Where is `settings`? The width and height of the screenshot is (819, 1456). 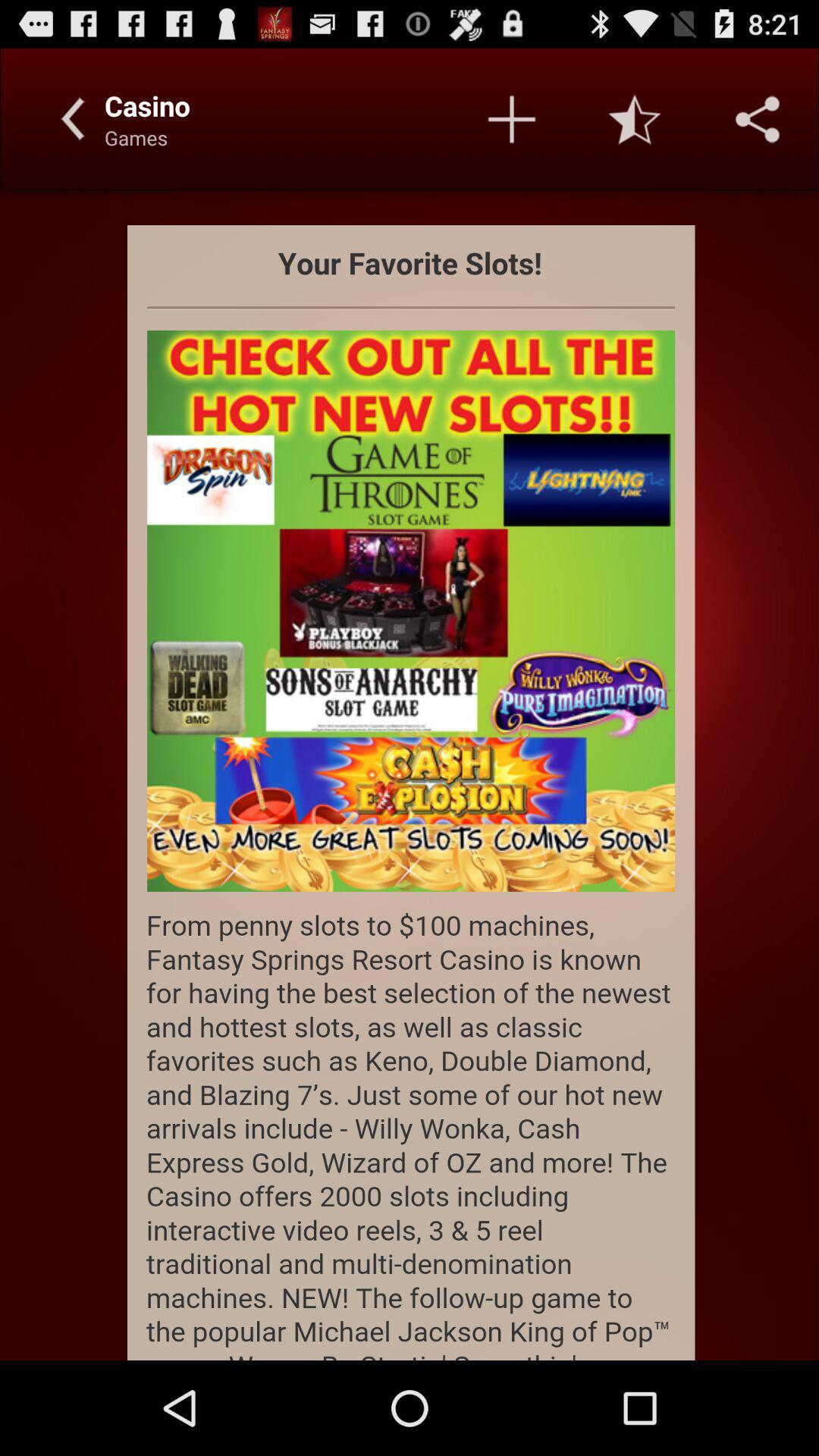 settings is located at coordinates (758, 118).